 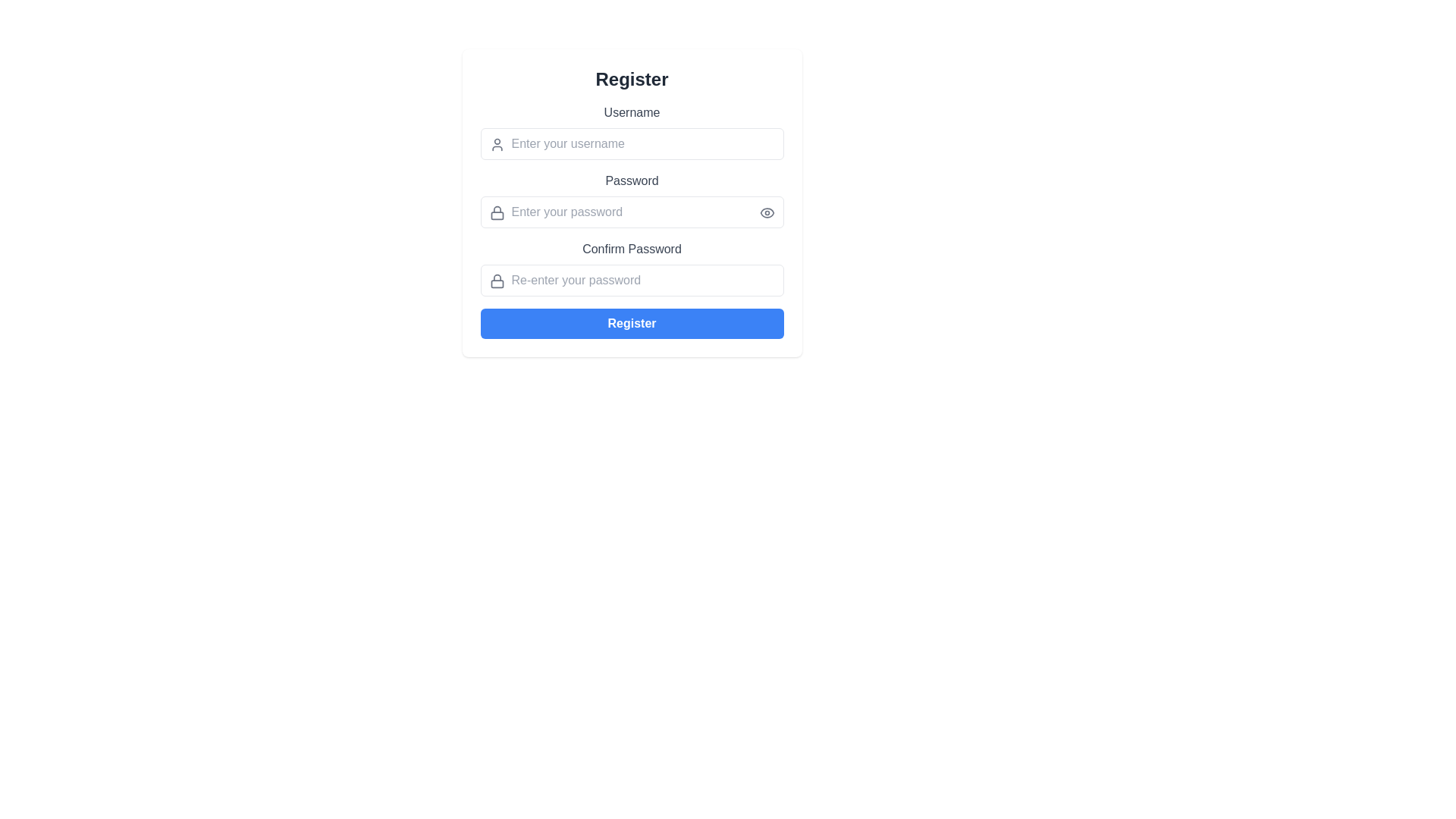 What do you see at coordinates (632, 79) in the screenshot?
I see `the 'Register' label, which is a bold, large text element in dark gray color, positioned at the top of the registration form` at bounding box center [632, 79].